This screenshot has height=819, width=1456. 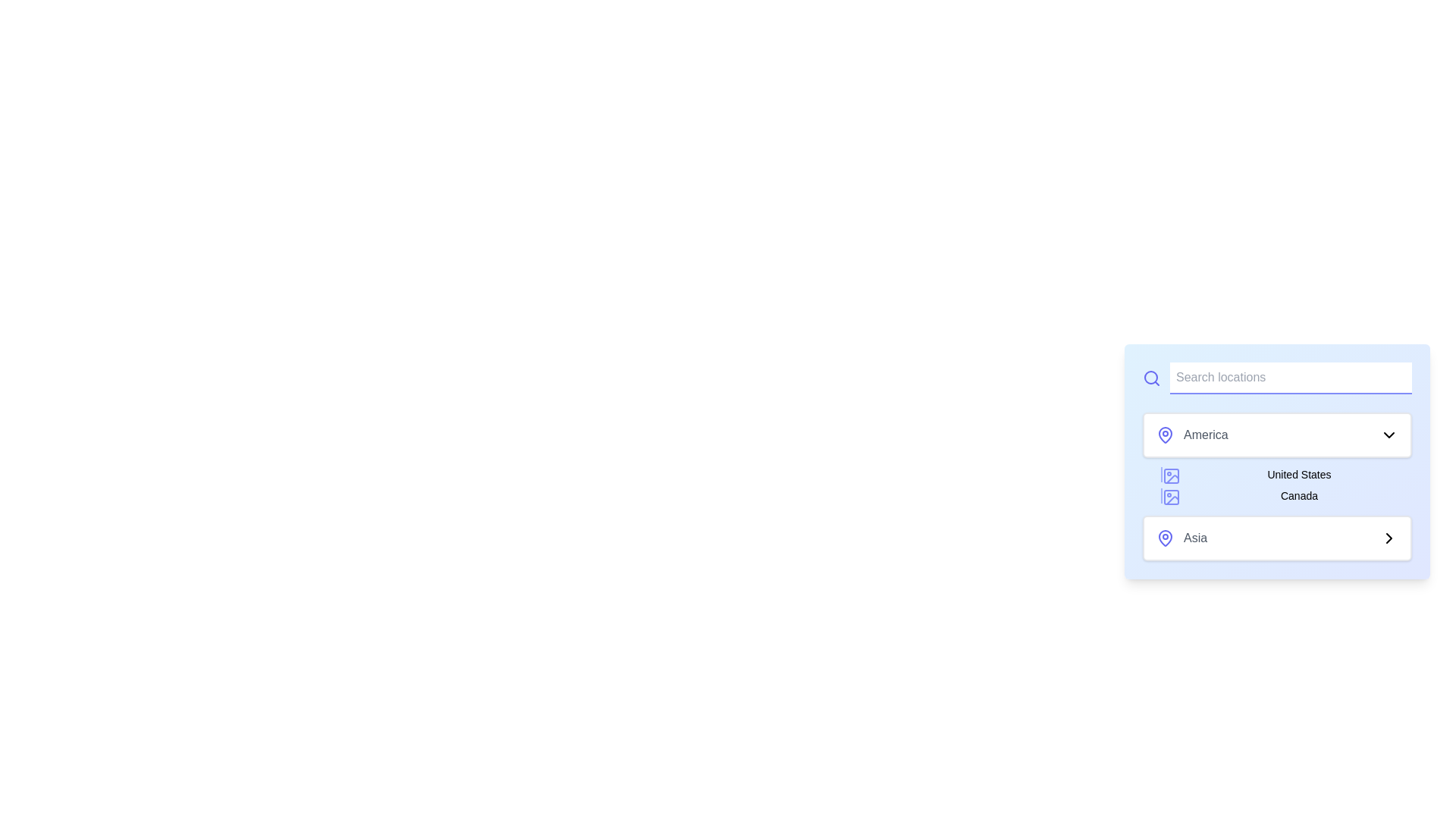 I want to click on the 'United States' menu option located directly under the 'America' dropdown, so click(x=1285, y=473).